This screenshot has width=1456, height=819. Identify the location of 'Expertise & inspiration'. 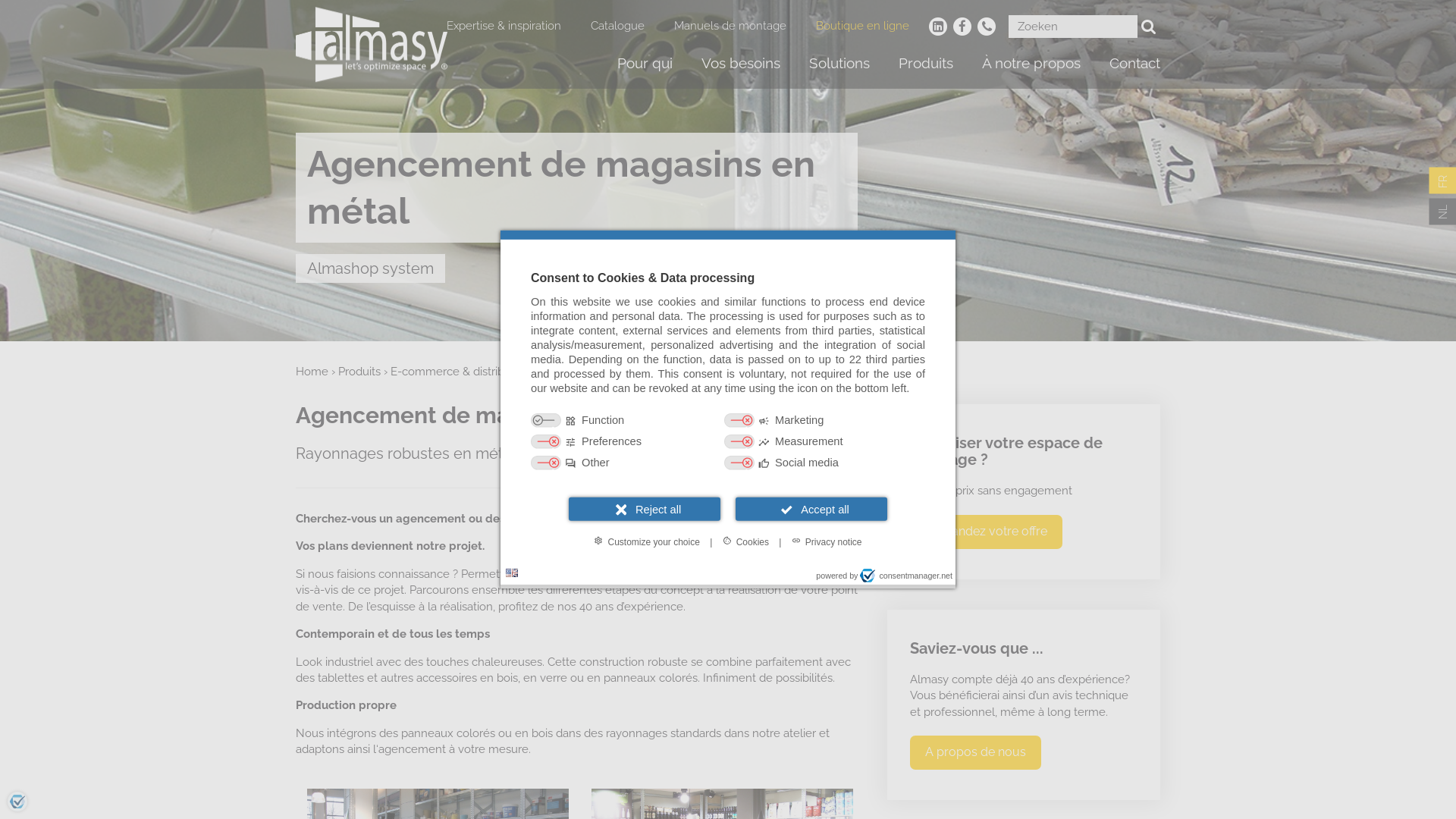
(504, 26).